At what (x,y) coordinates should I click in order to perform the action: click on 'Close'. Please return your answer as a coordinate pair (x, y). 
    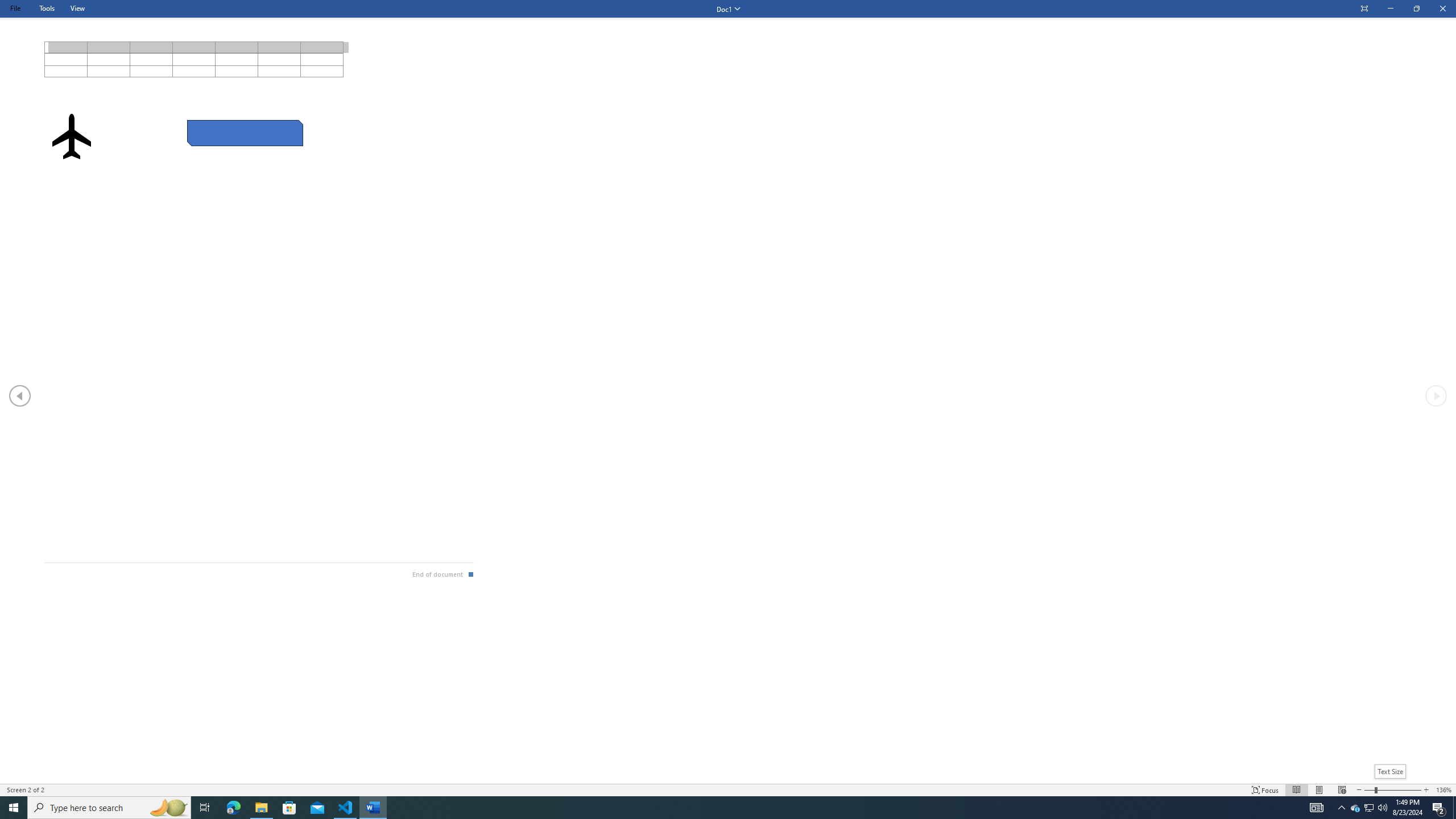
    Looking at the image, I should click on (1442, 9).